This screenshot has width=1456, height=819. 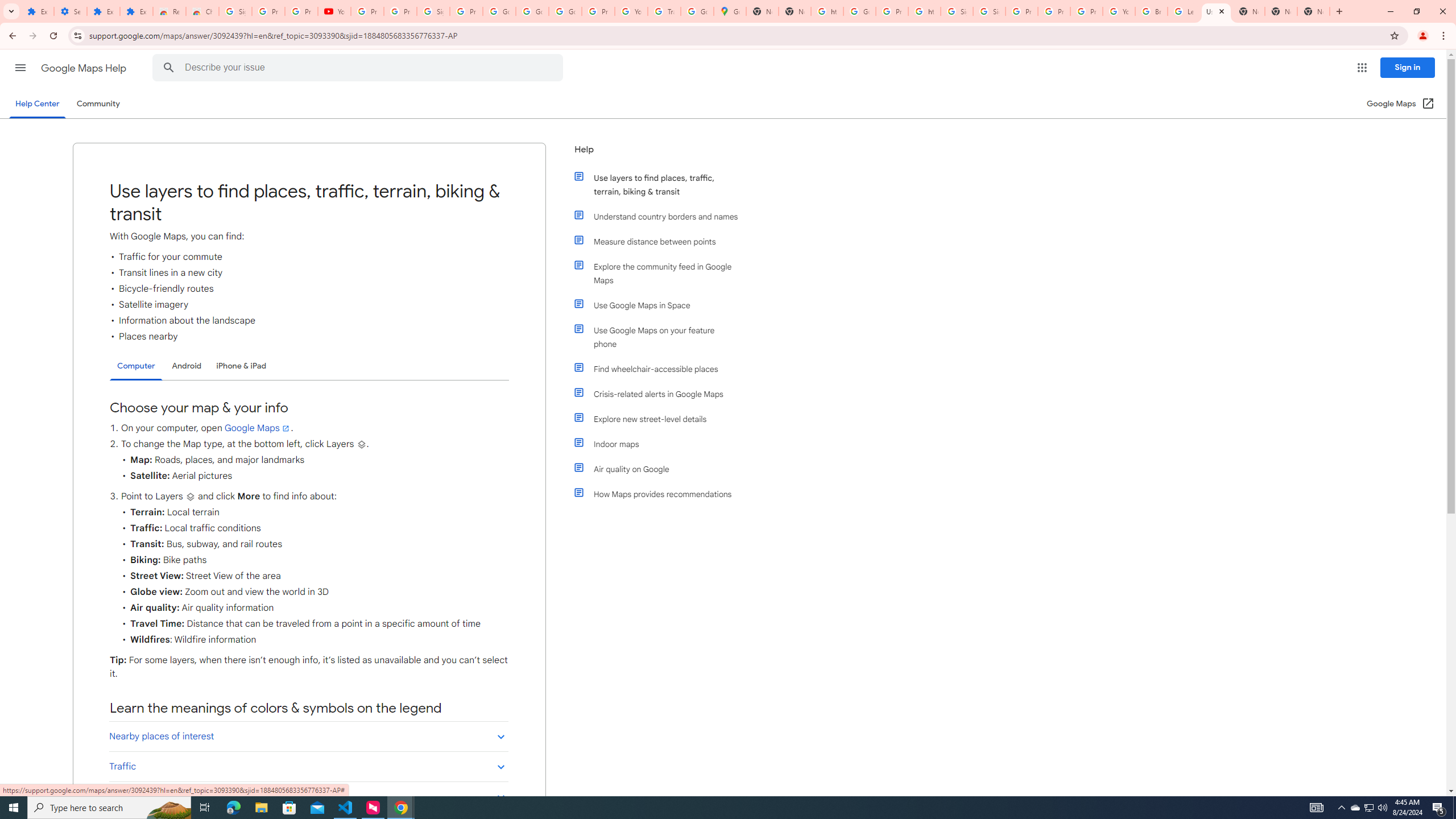 What do you see at coordinates (136, 11) in the screenshot?
I see `'Extensions'` at bounding box center [136, 11].